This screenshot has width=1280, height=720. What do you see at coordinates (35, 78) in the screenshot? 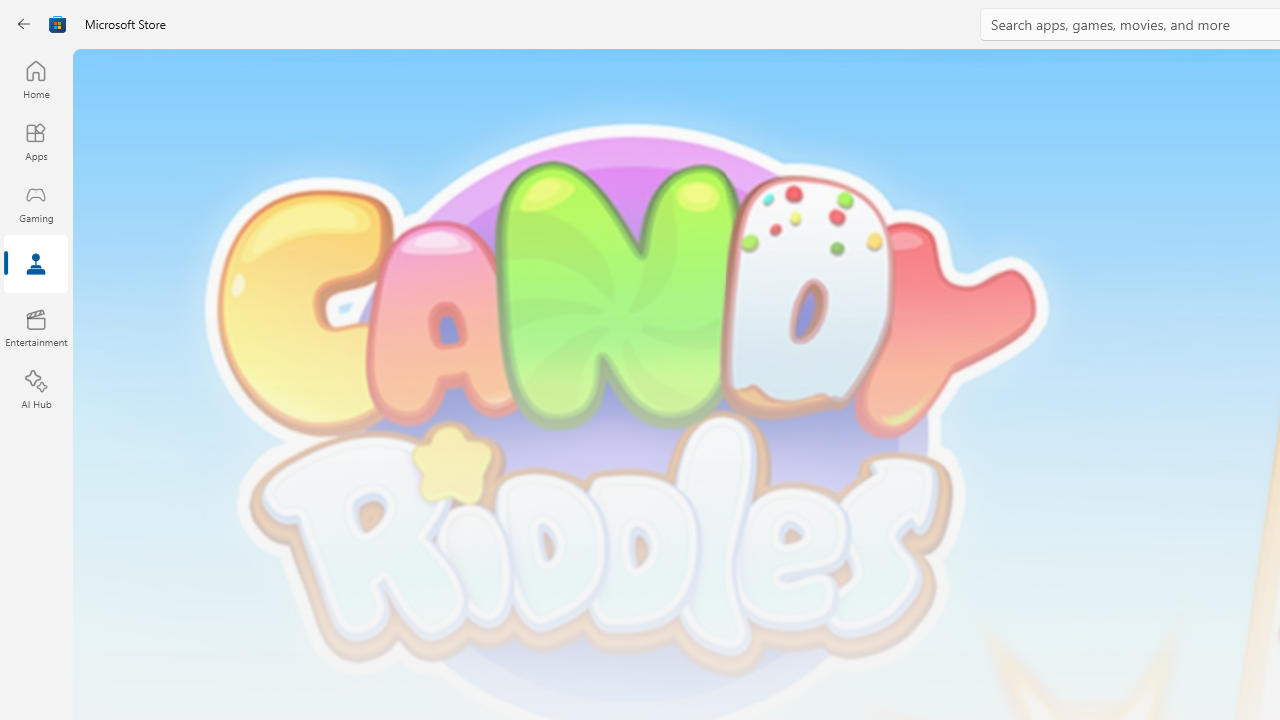
I see `'Home'` at bounding box center [35, 78].